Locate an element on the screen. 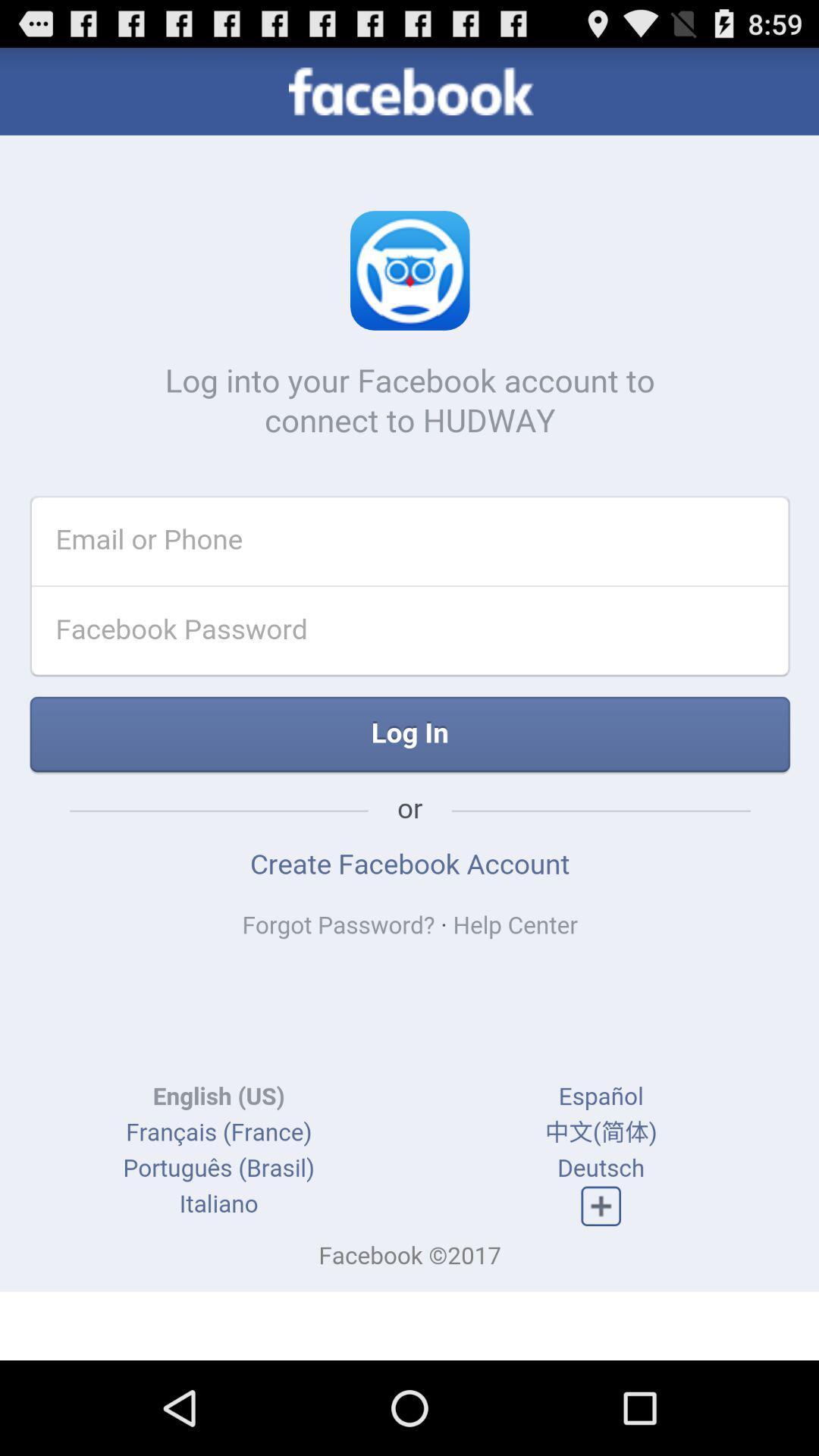  the text which is immediately below facebook password is located at coordinates (409, 740).